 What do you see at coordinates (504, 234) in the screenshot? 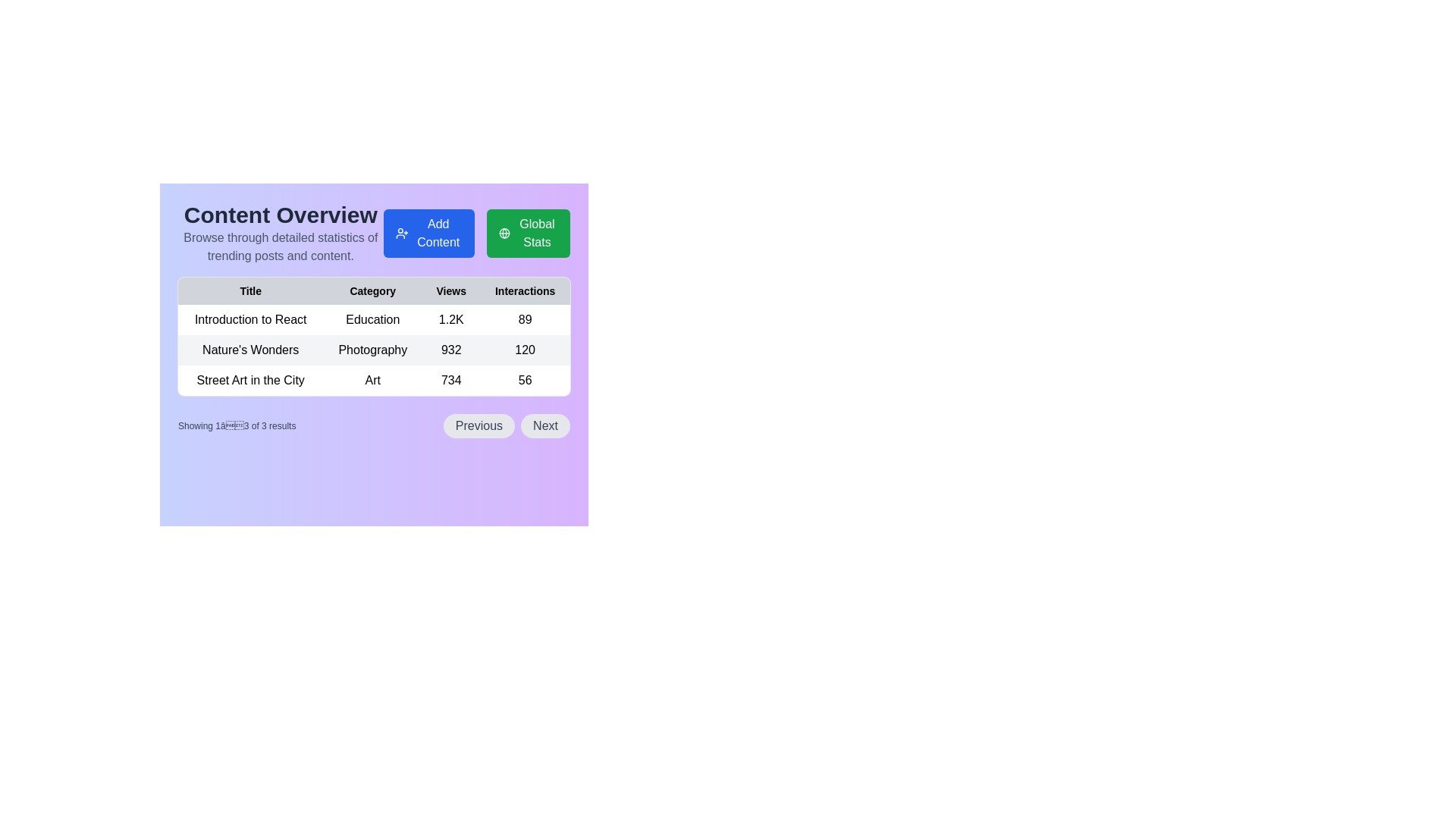
I see `the SVG circle element located at the center of the globe icon, which is part of the 'Global Stats' button and positioned to the right of the 'Add Content' button` at bounding box center [504, 234].